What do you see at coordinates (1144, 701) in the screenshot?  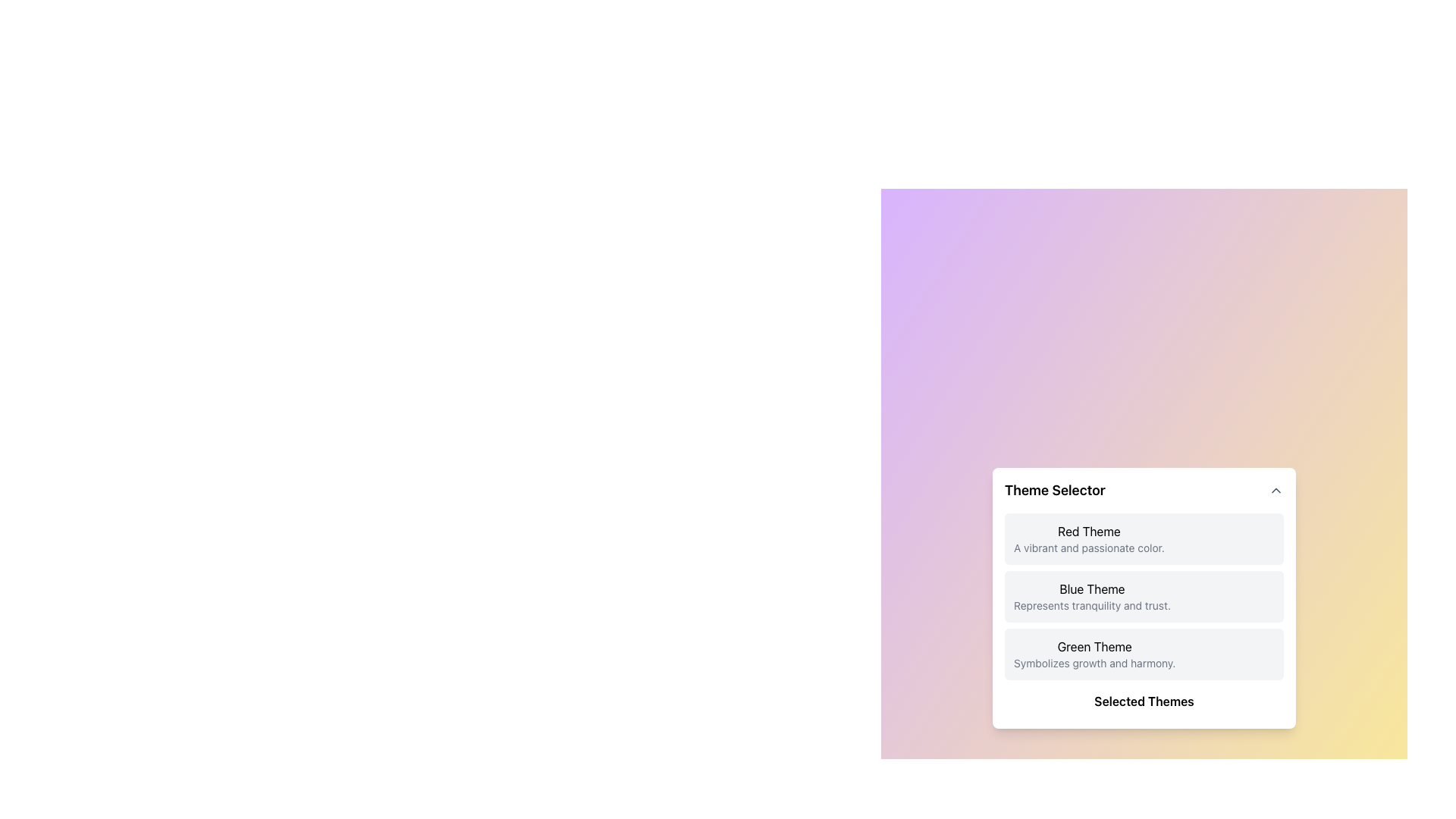 I see `the descriptive text label reading 'Selected Themes', which is styled in bold and positioned at the bottom of the 'Theme Selector' component` at bounding box center [1144, 701].